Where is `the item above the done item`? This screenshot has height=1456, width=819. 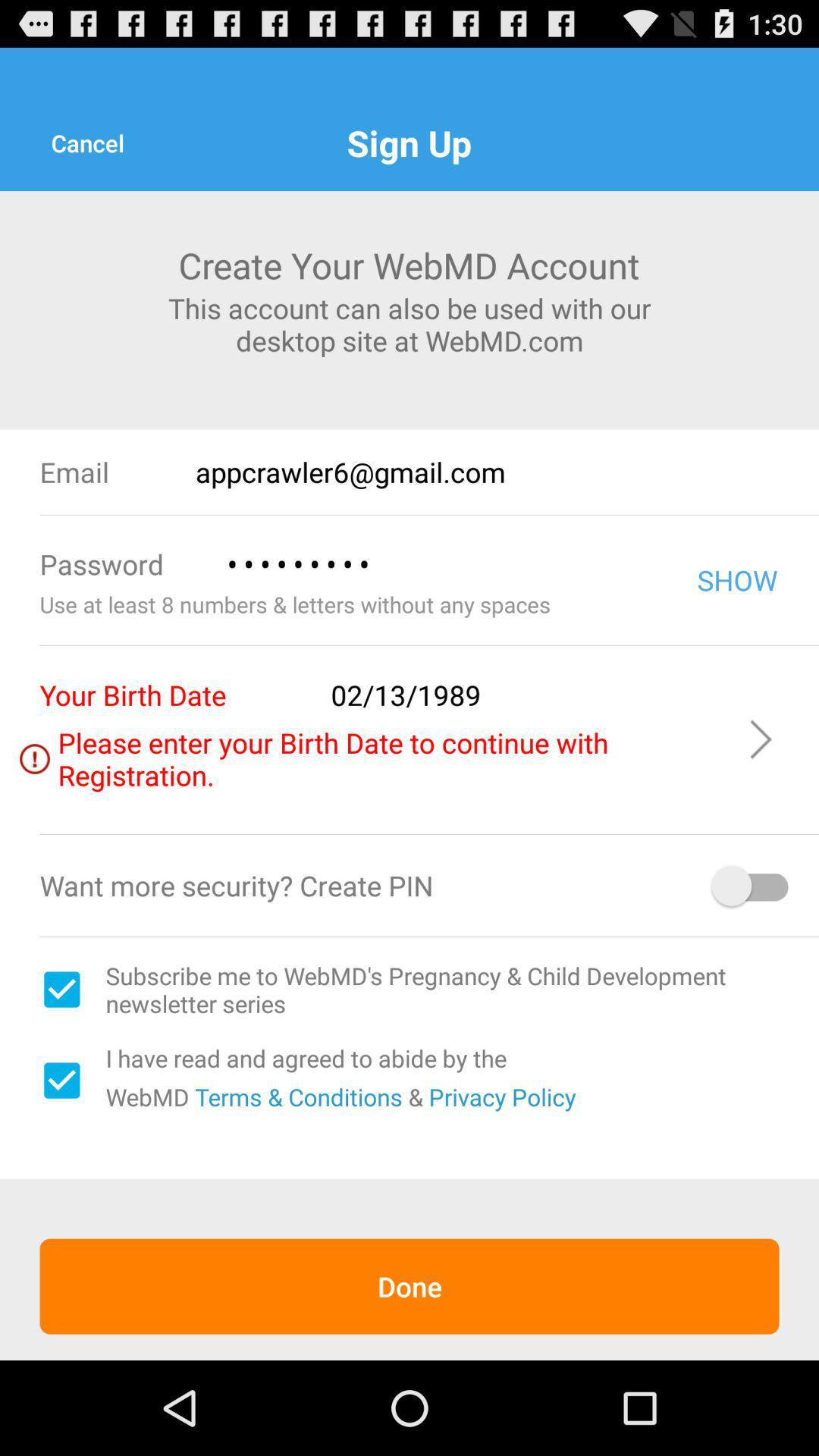 the item above the done item is located at coordinates (61, 1080).